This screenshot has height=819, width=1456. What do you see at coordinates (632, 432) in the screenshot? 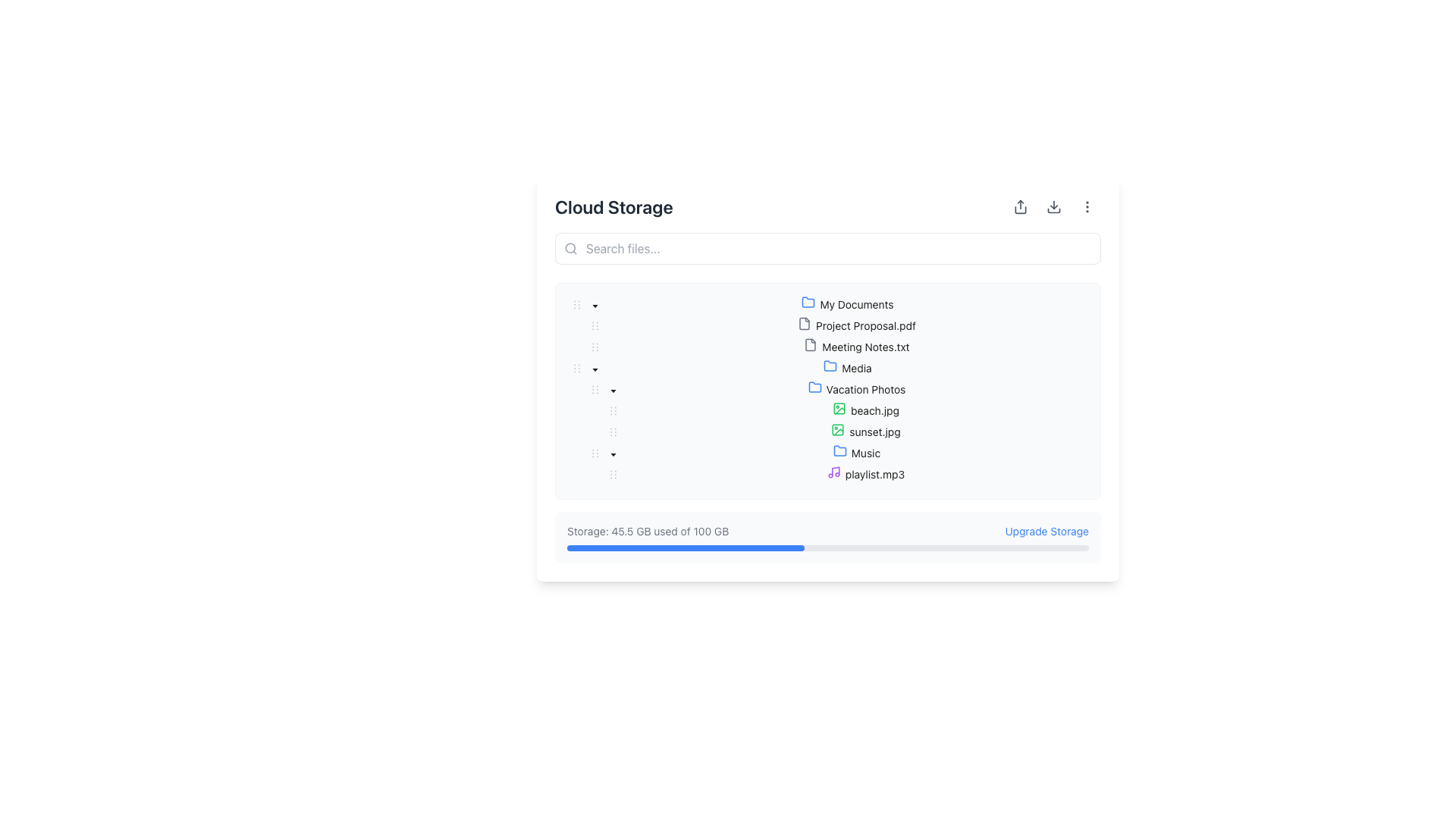
I see `the structural marker element for the 'sunset.jpg' entry in the file tree` at bounding box center [632, 432].